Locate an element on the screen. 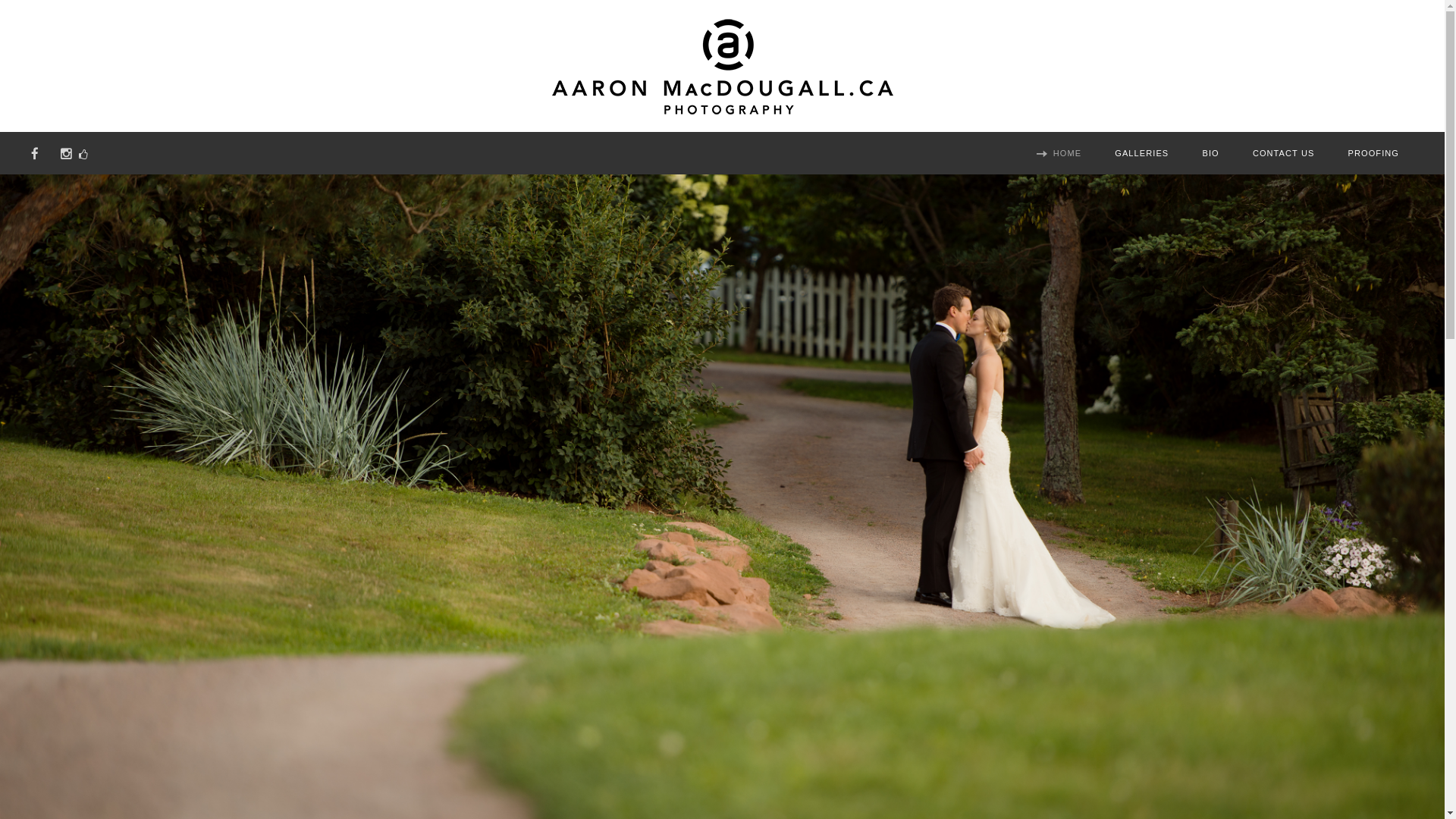 This screenshot has height=819, width=1456. 'GALLERIES' is located at coordinates (1143, 155).